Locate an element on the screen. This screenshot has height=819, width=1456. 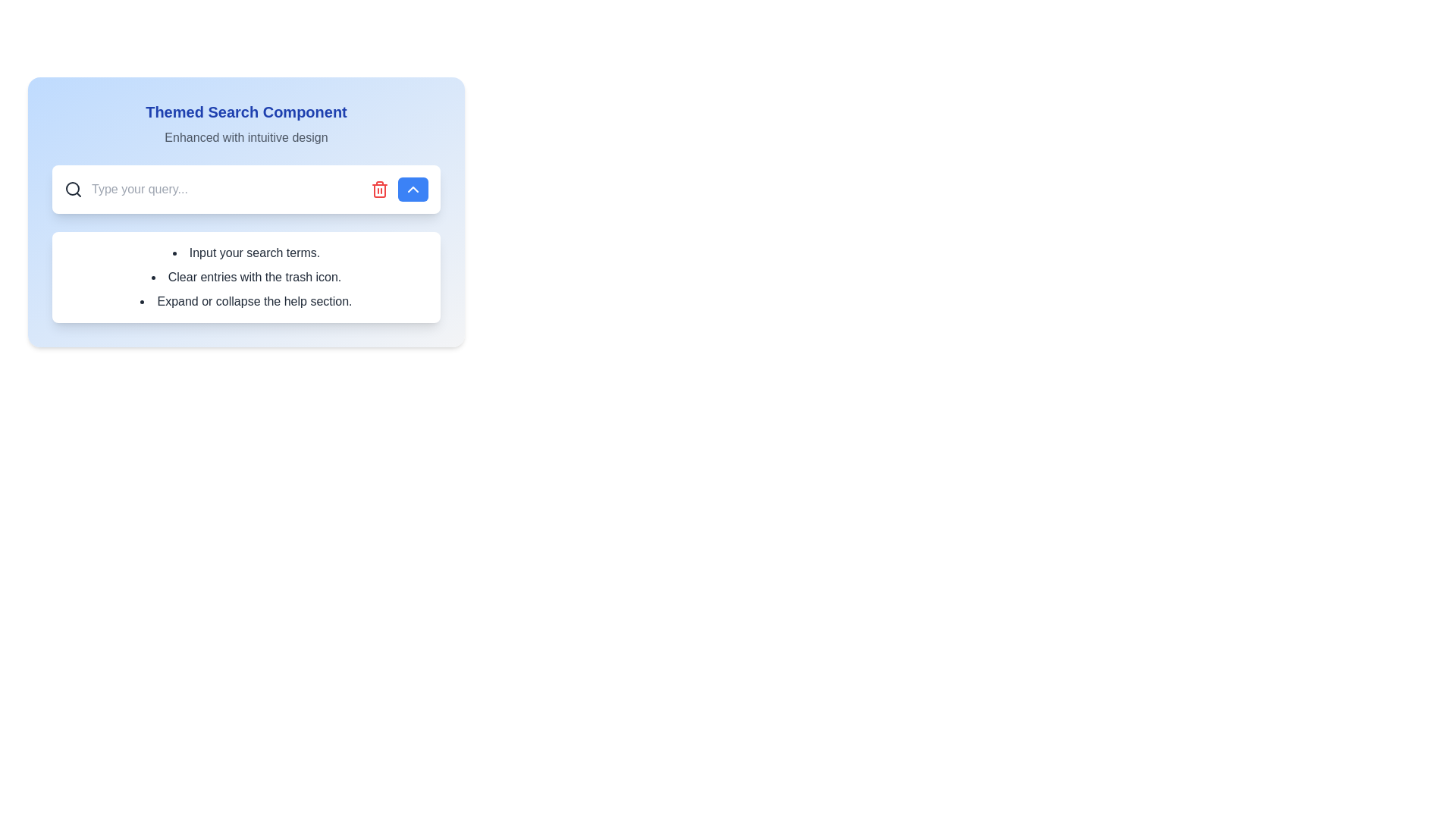
the small, triangular chevron icon pointing upwards located at the center of the blue button to the right of the input field is located at coordinates (413, 189).